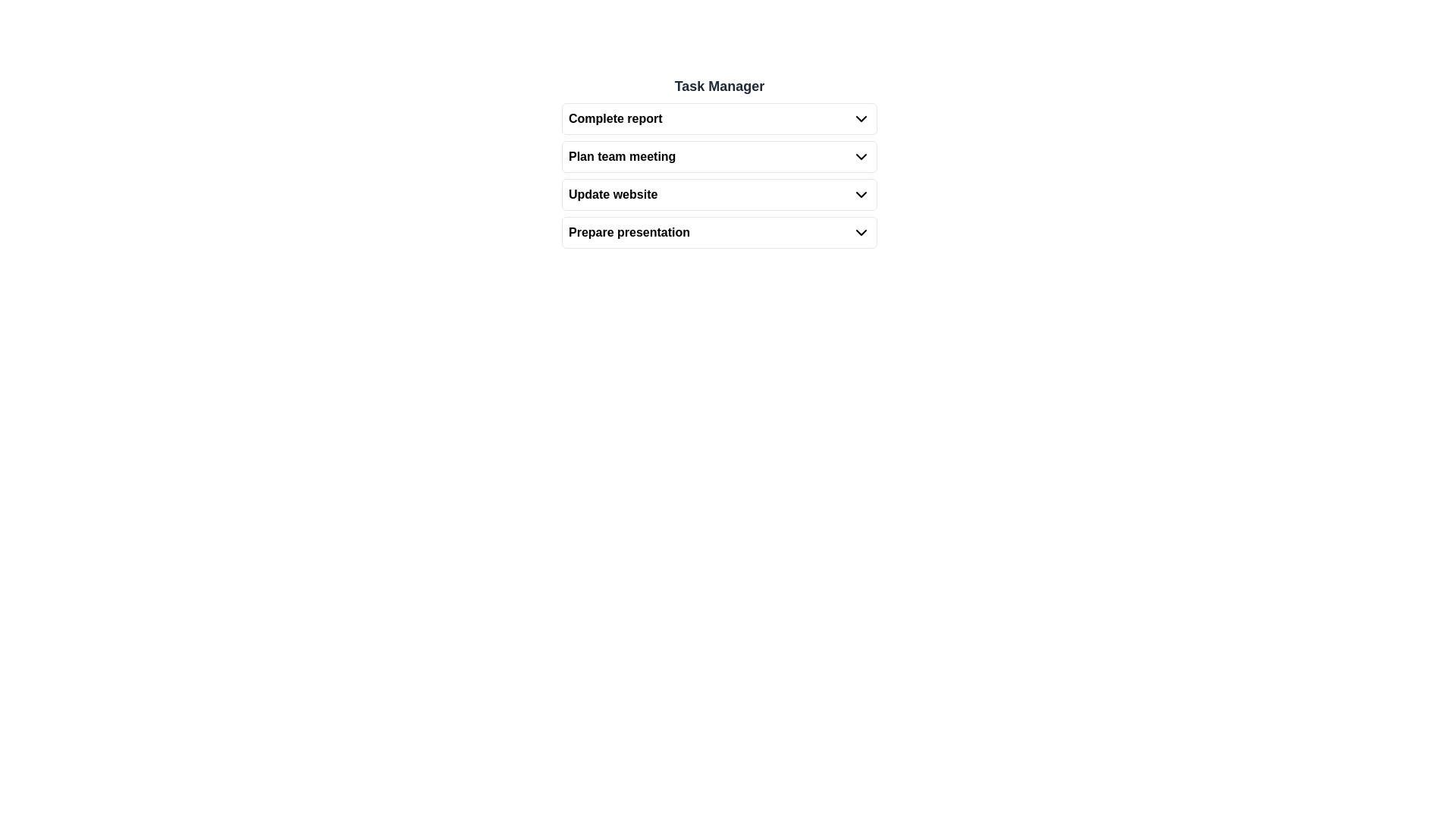 Image resolution: width=1456 pixels, height=819 pixels. What do you see at coordinates (861, 233) in the screenshot?
I see `the chevron drop-down icon associated with the 'Prepare presentation' task` at bounding box center [861, 233].